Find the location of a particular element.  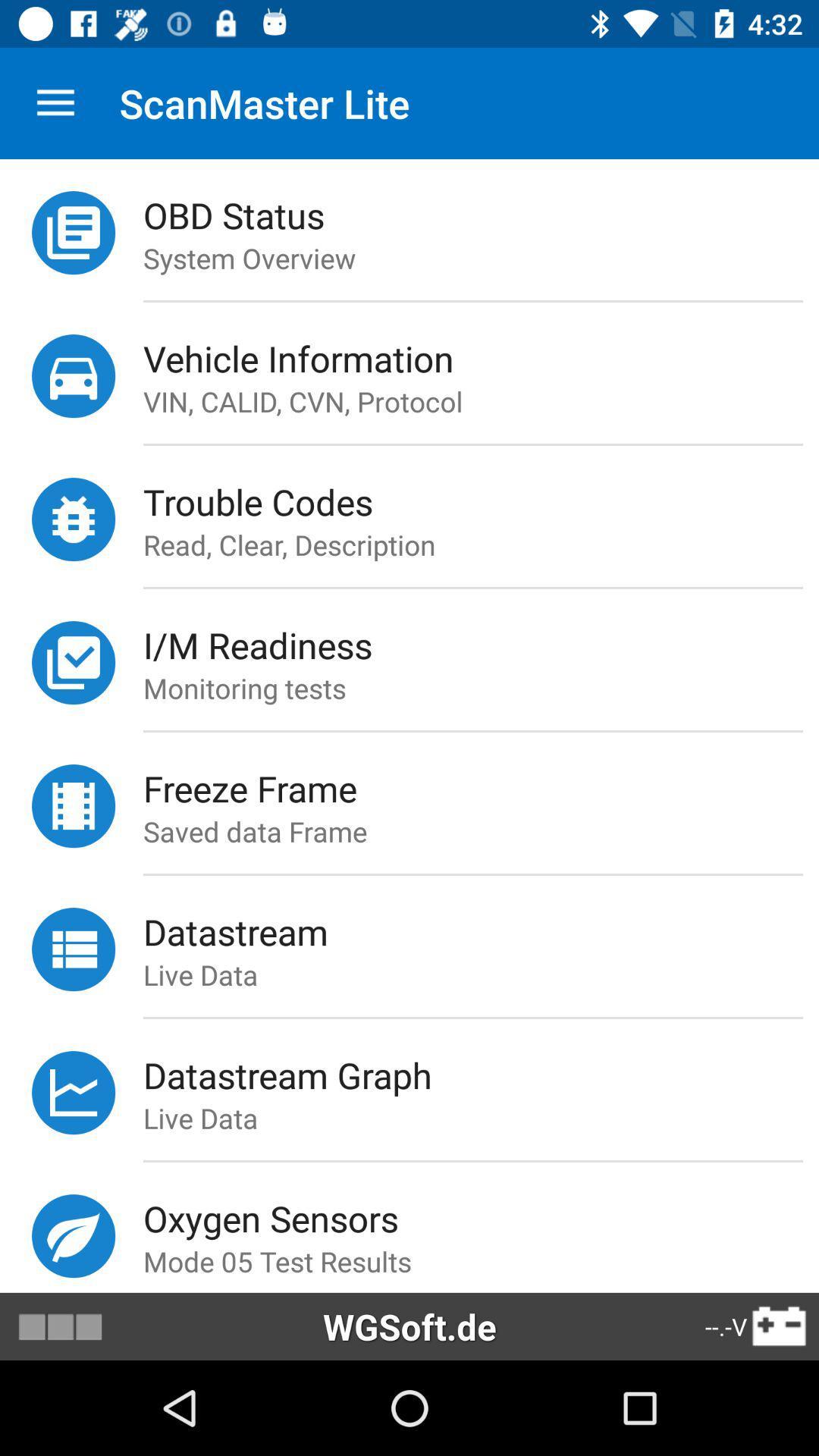

the icon below the i/m readiness icon is located at coordinates (481, 687).